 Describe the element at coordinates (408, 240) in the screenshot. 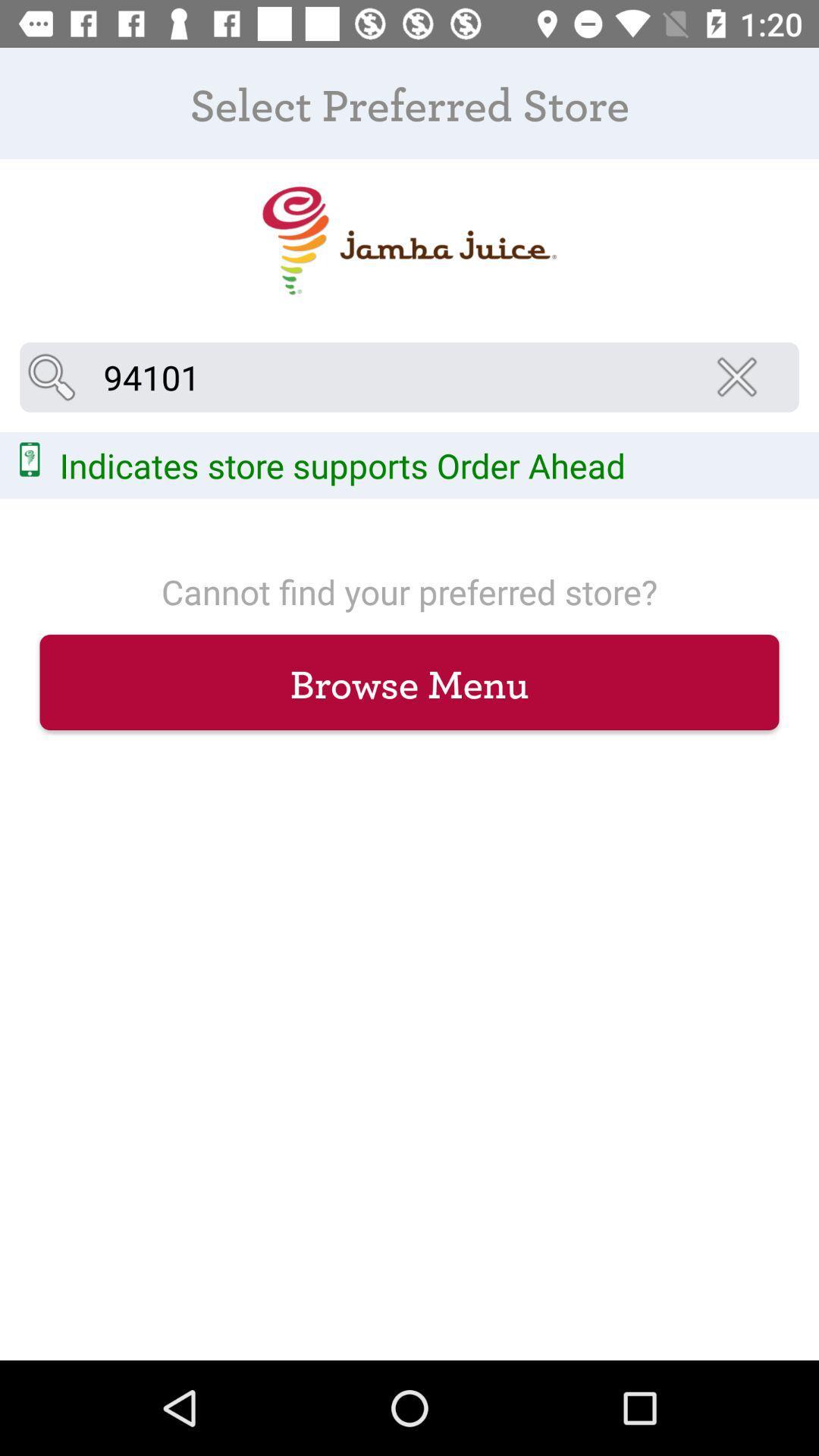

I see `the item above 94101` at that location.